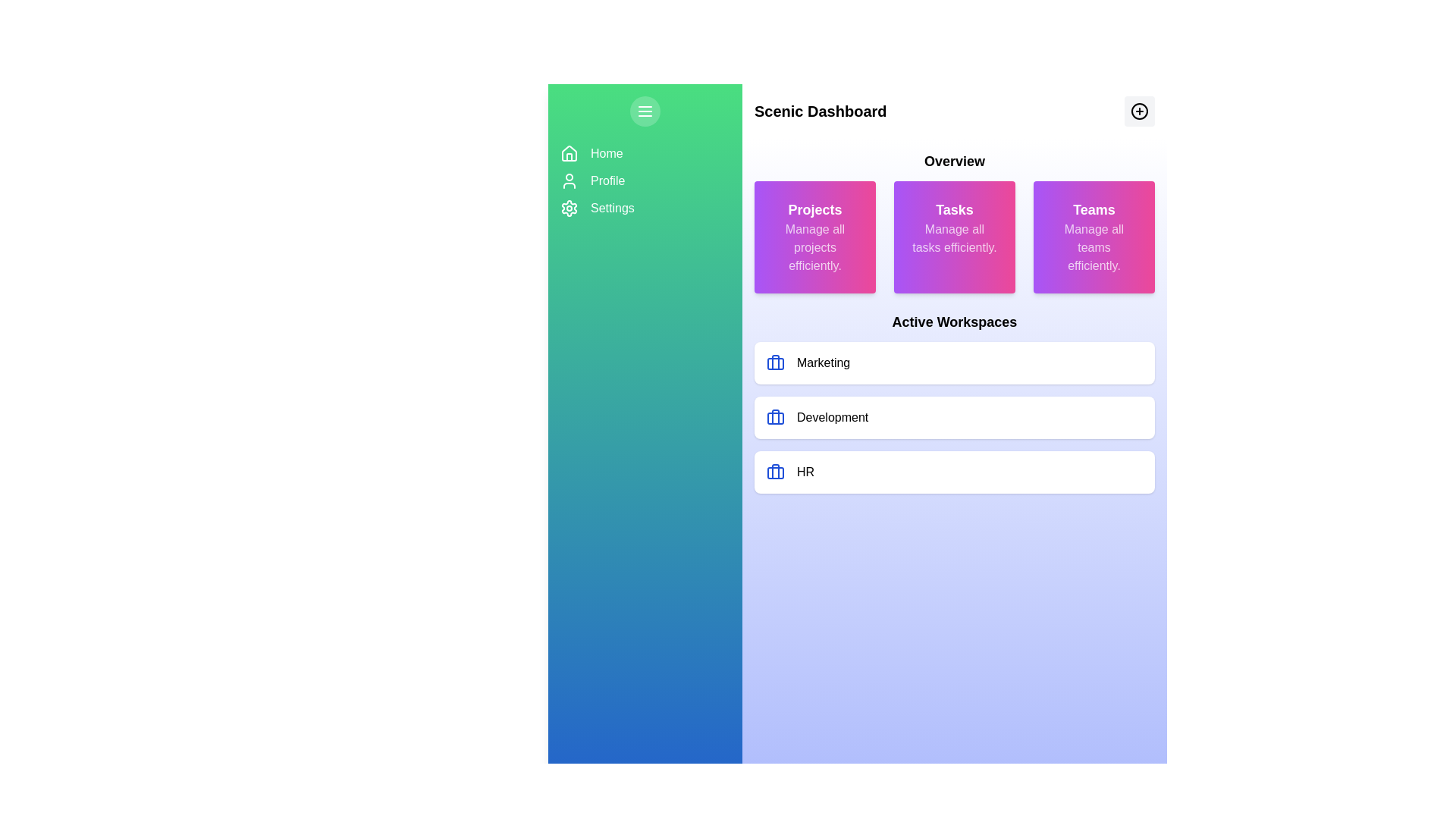 The width and height of the screenshot is (1456, 819). I want to click on the title text label of the task management card, which is located at the top-center and indicates the card's focus area, so click(953, 210).